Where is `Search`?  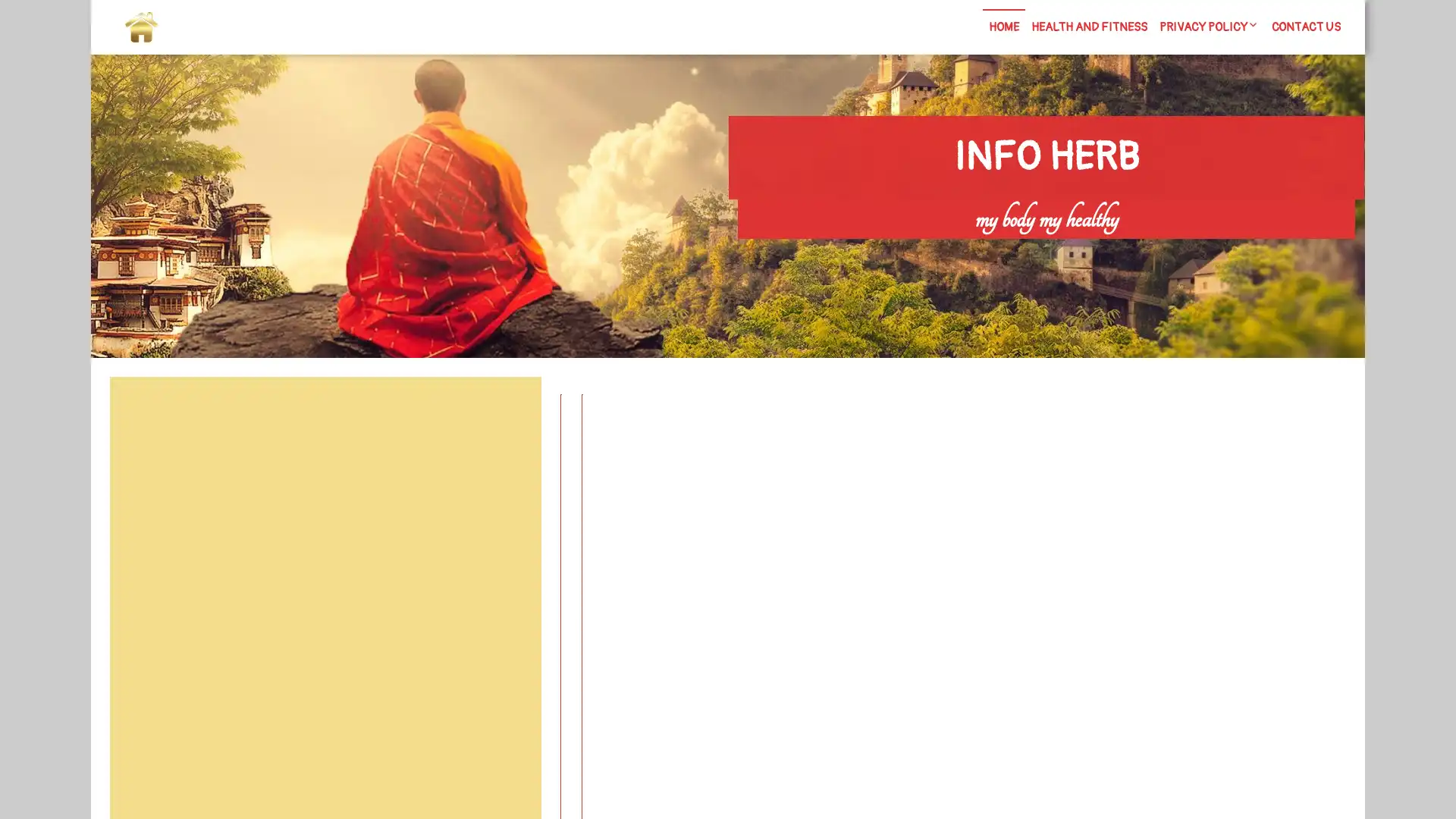
Search is located at coordinates (1181, 248).